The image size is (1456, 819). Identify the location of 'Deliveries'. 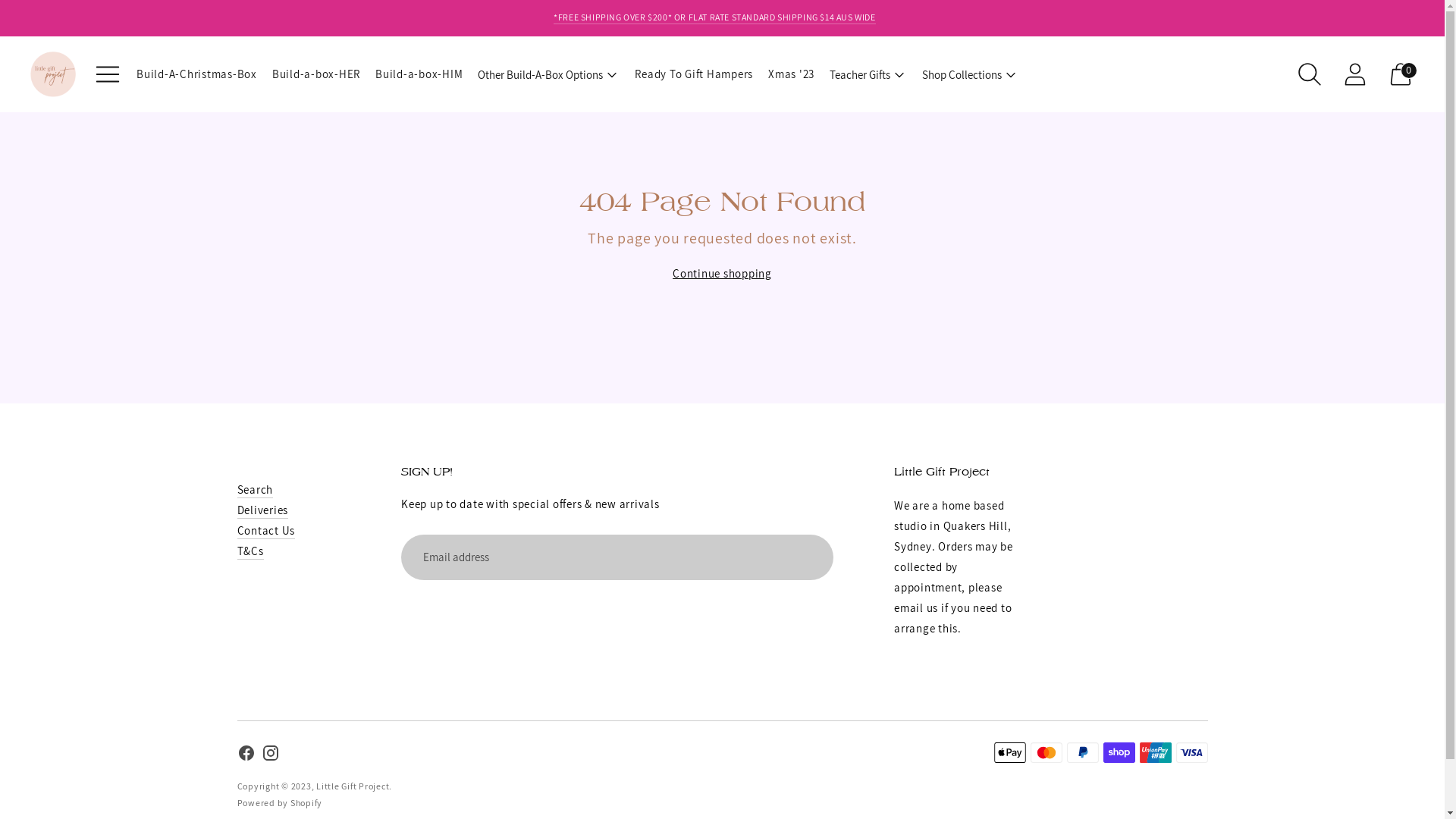
(262, 510).